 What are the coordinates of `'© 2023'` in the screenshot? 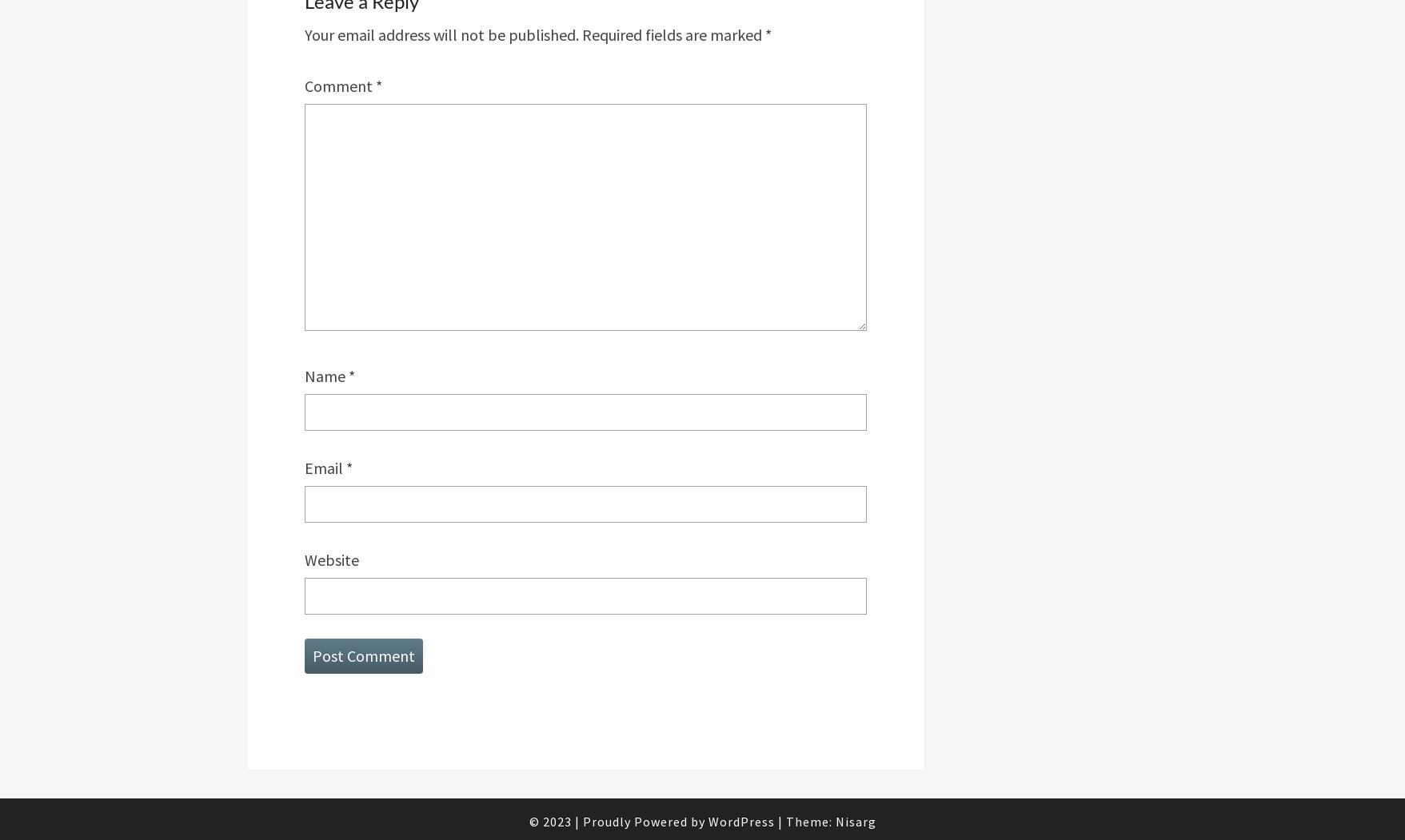 It's located at (550, 820).